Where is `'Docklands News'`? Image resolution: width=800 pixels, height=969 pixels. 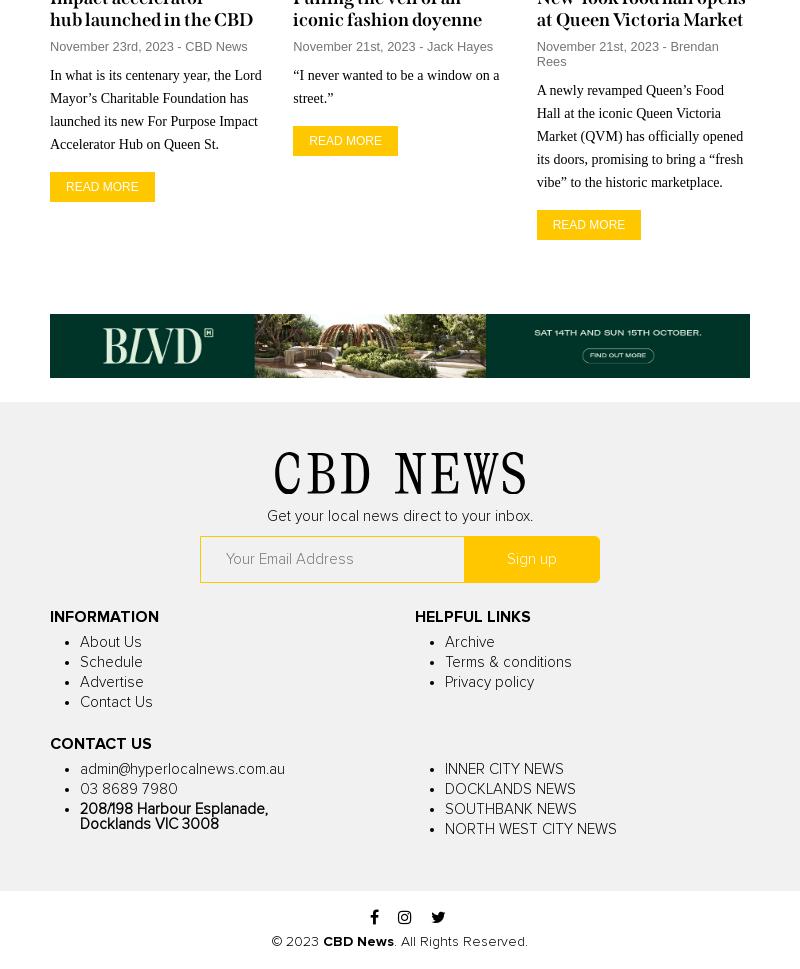
'Docklands News' is located at coordinates (509, 788).